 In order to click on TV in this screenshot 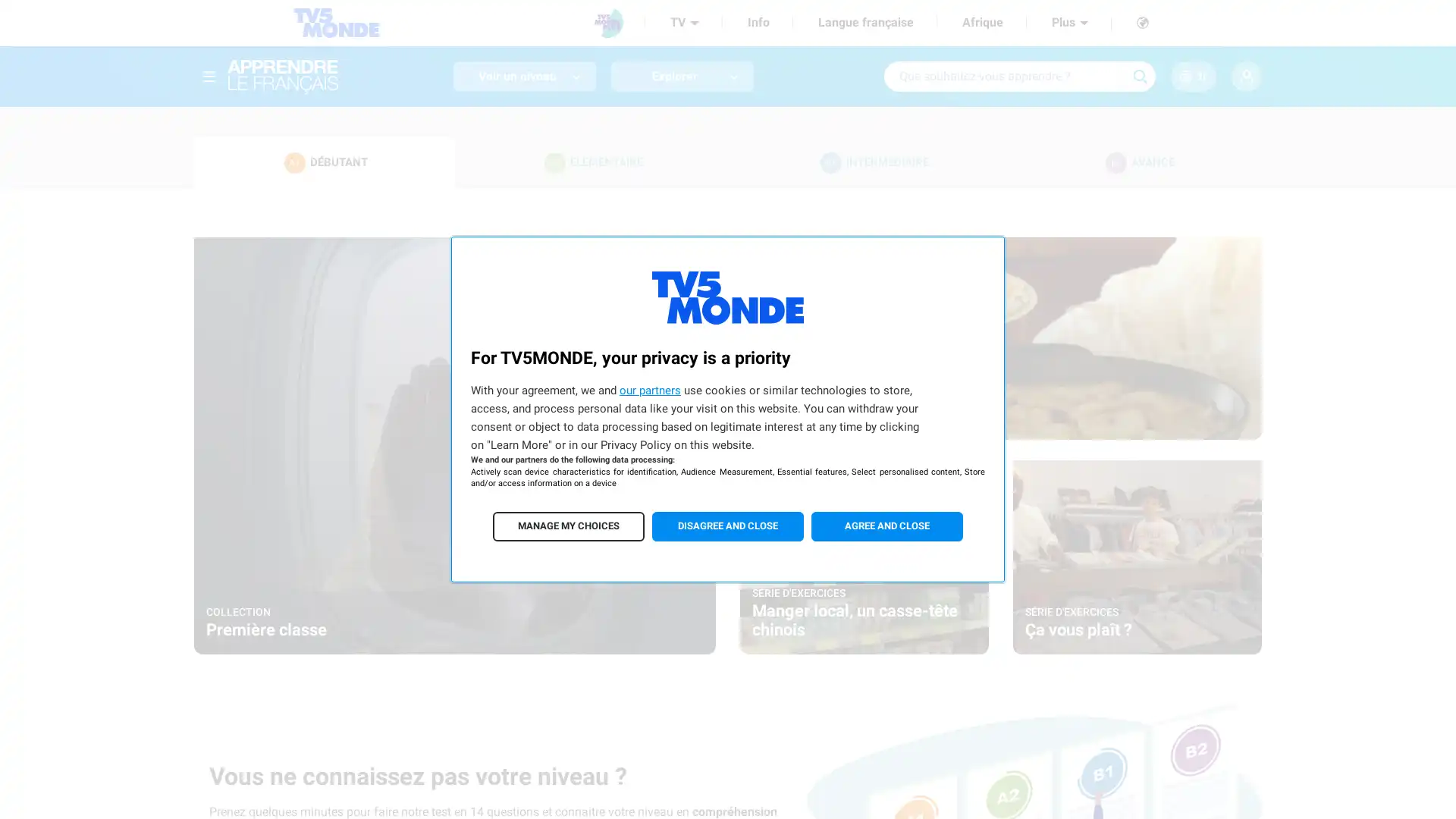, I will do `click(683, 22)`.